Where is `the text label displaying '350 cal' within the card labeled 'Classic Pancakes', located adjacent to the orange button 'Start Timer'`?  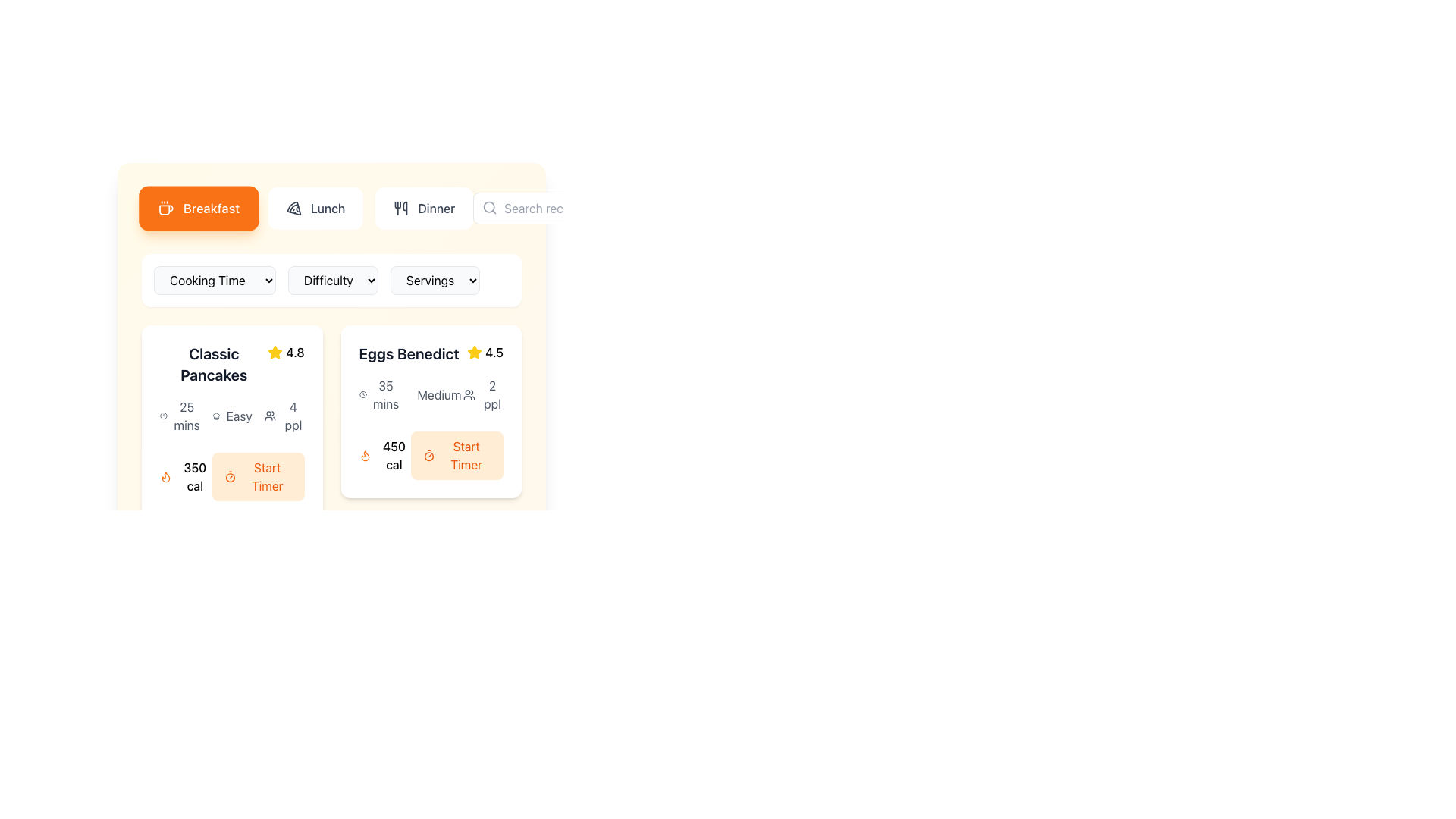
the text label displaying '350 cal' within the card labeled 'Classic Pancakes', located adjacent to the orange button 'Start Timer' is located at coordinates (194, 475).